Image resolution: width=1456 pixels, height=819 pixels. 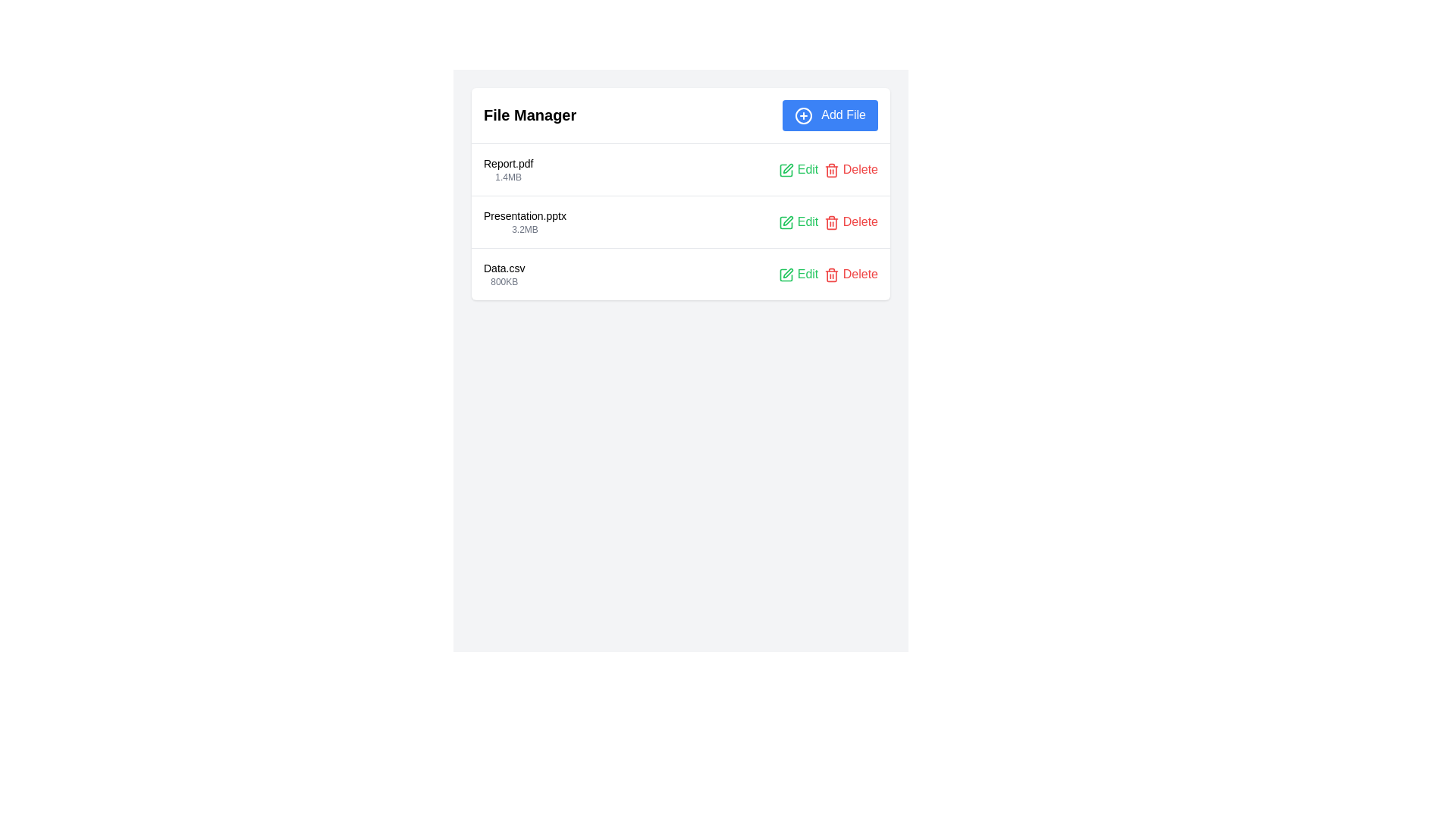 I want to click on the green square icon button with a pencil inside, located next to 'Report.pdf', so click(x=786, y=170).